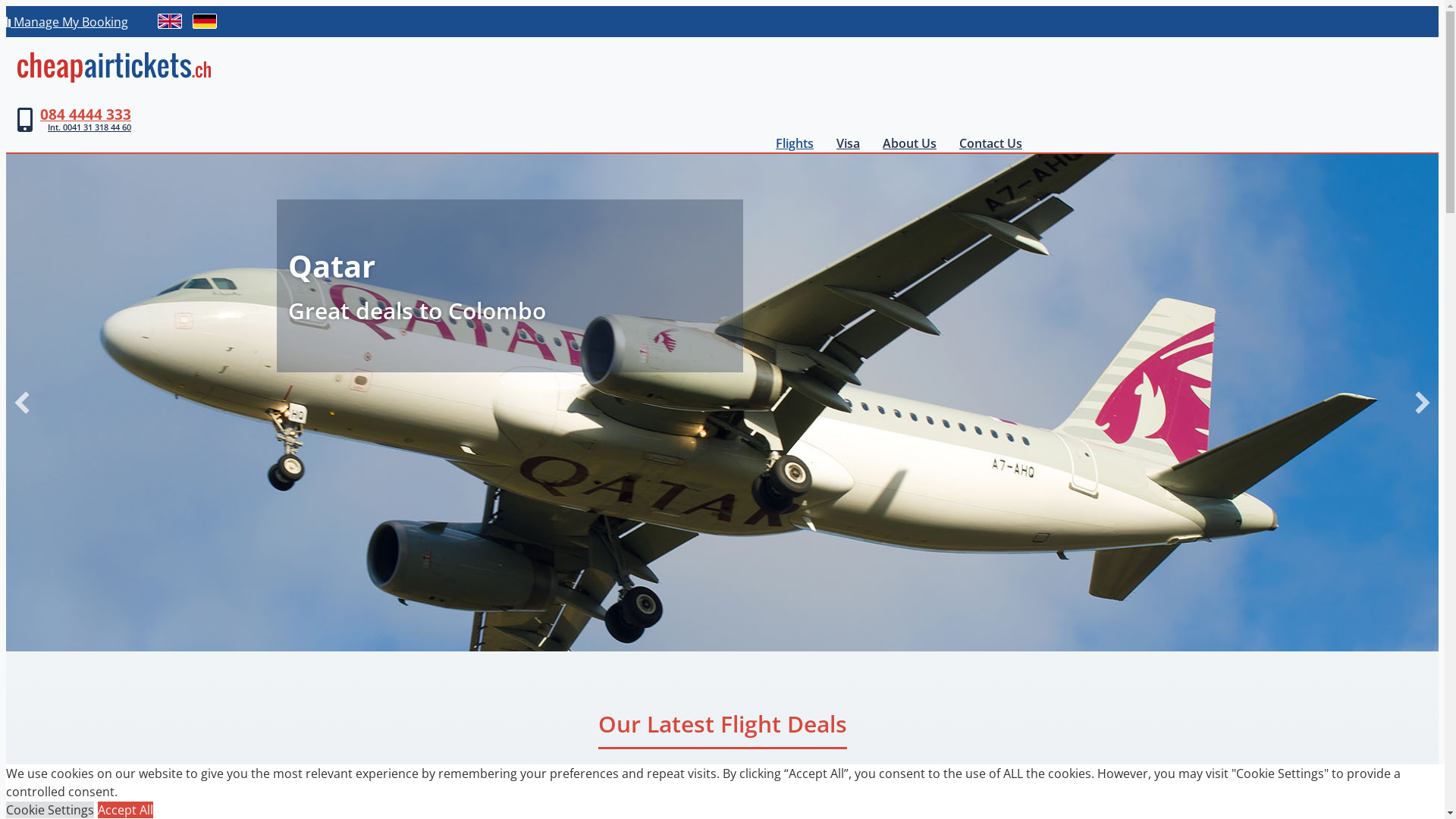 The height and width of the screenshot is (819, 1456). Describe the element at coordinates (6, 809) in the screenshot. I see `'Cookie Settings'` at that location.